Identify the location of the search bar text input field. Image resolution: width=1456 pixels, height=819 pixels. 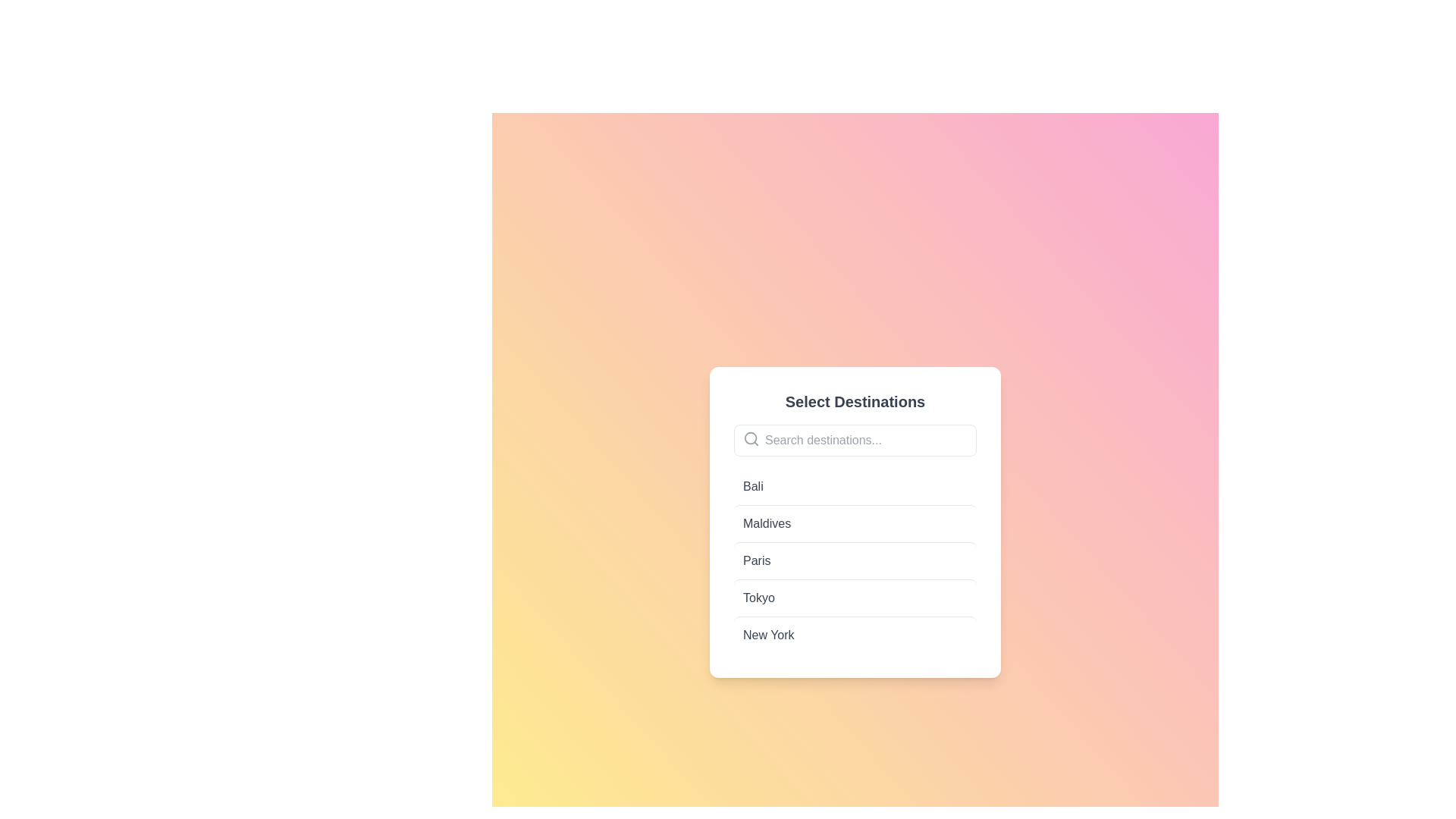
(855, 441).